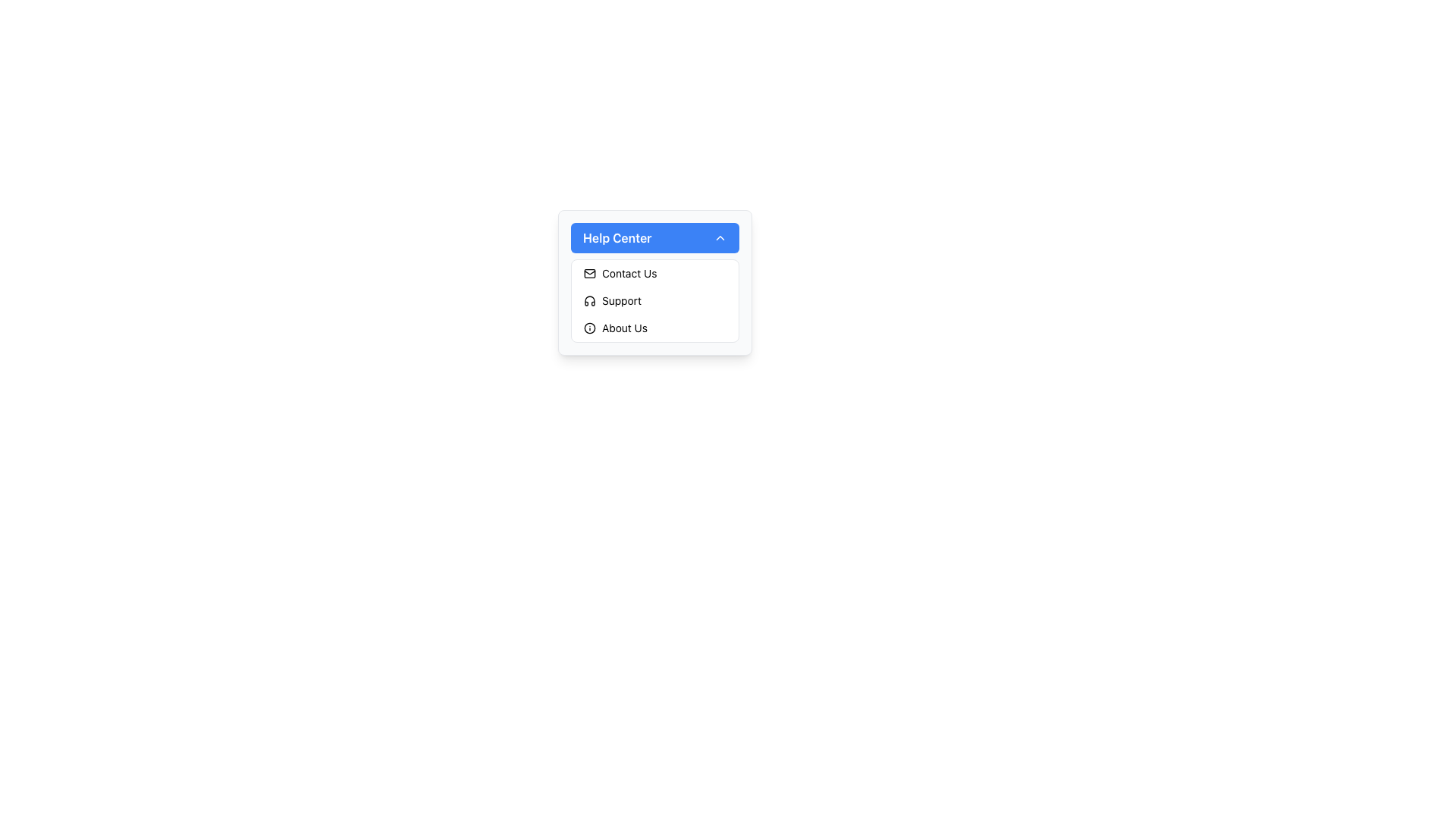 The image size is (1456, 819). I want to click on the upward-pointing chevron icon located in the blue header section of the 'Help Center' card interface, so click(720, 237).